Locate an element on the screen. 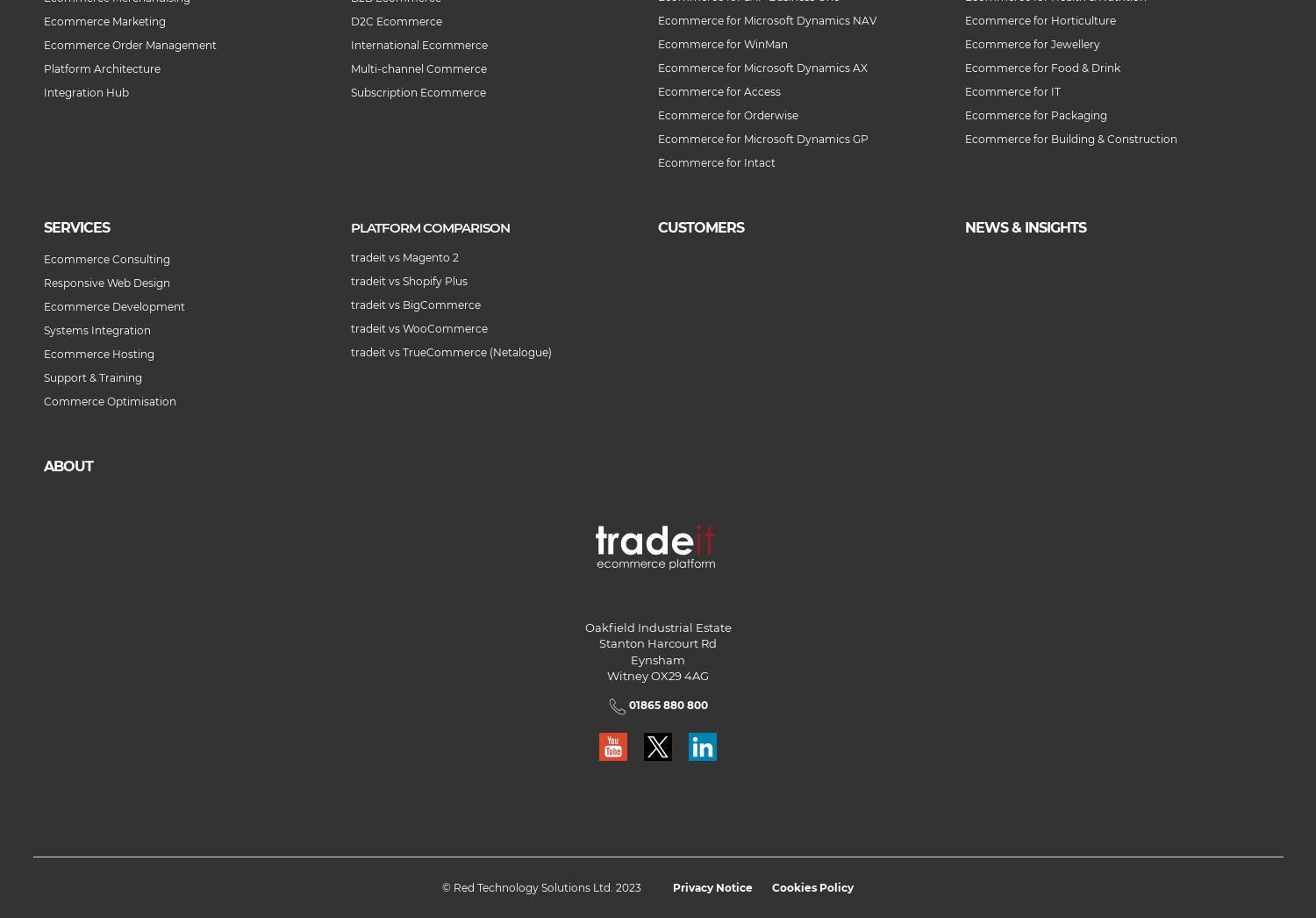  'Ecommerce for WinMan' is located at coordinates (721, 42).